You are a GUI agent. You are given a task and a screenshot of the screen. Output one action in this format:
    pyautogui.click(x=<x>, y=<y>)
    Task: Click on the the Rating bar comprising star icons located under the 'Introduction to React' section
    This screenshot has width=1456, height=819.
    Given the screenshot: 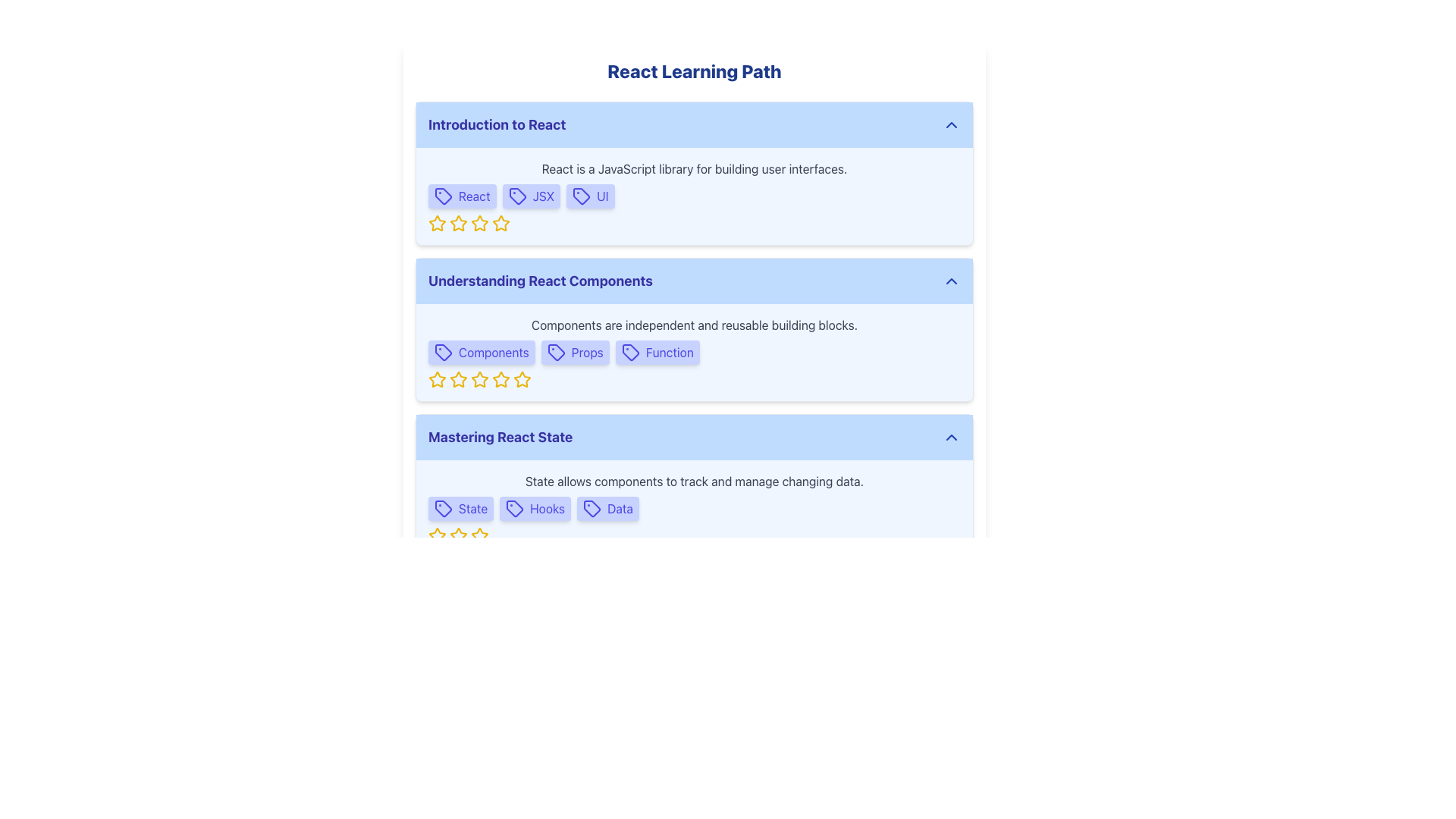 What is the action you would take?
    pyautogui.click(x=694, y=223)
    